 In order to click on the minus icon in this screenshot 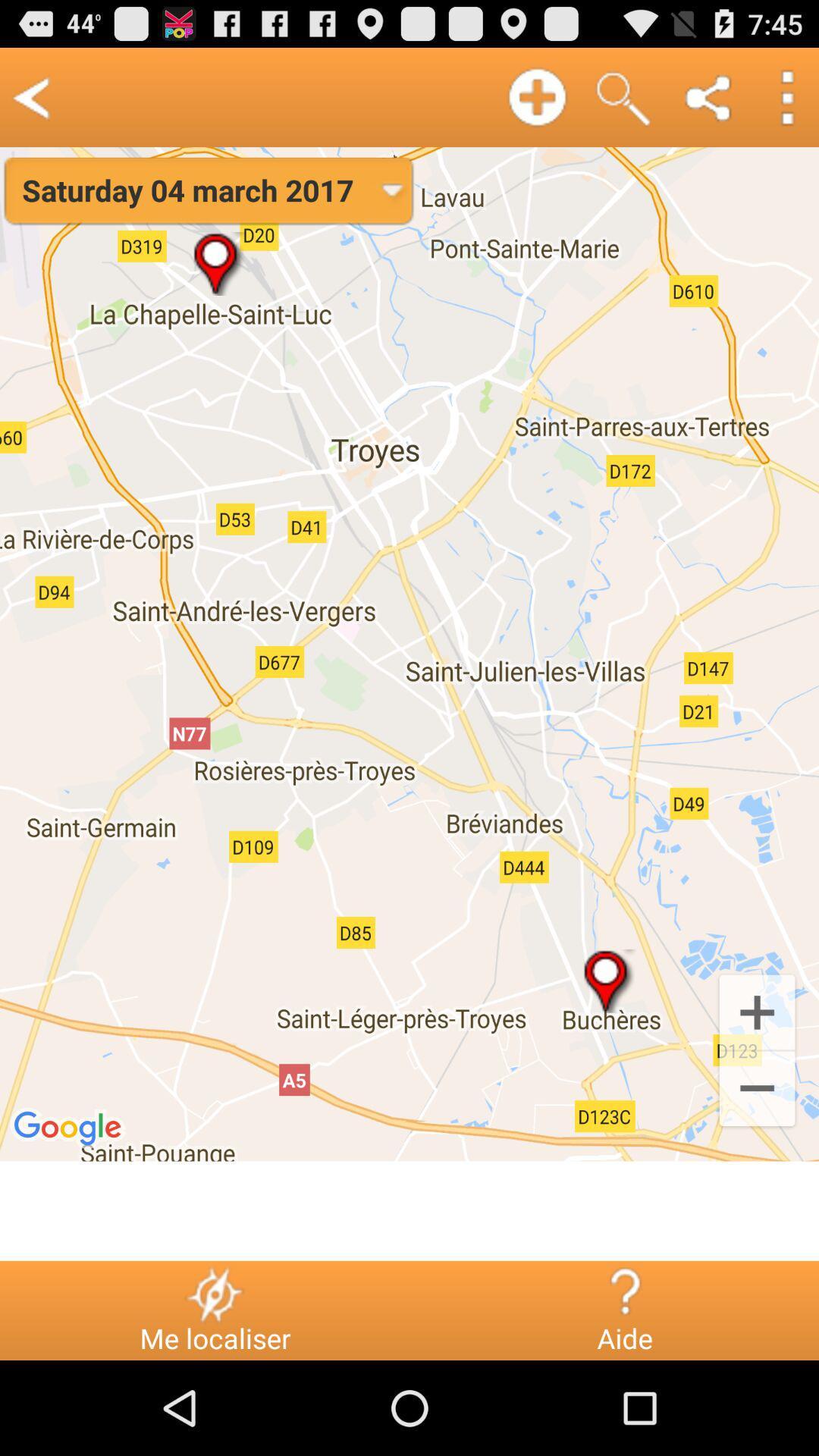, I will do `click(757, 1166)`.